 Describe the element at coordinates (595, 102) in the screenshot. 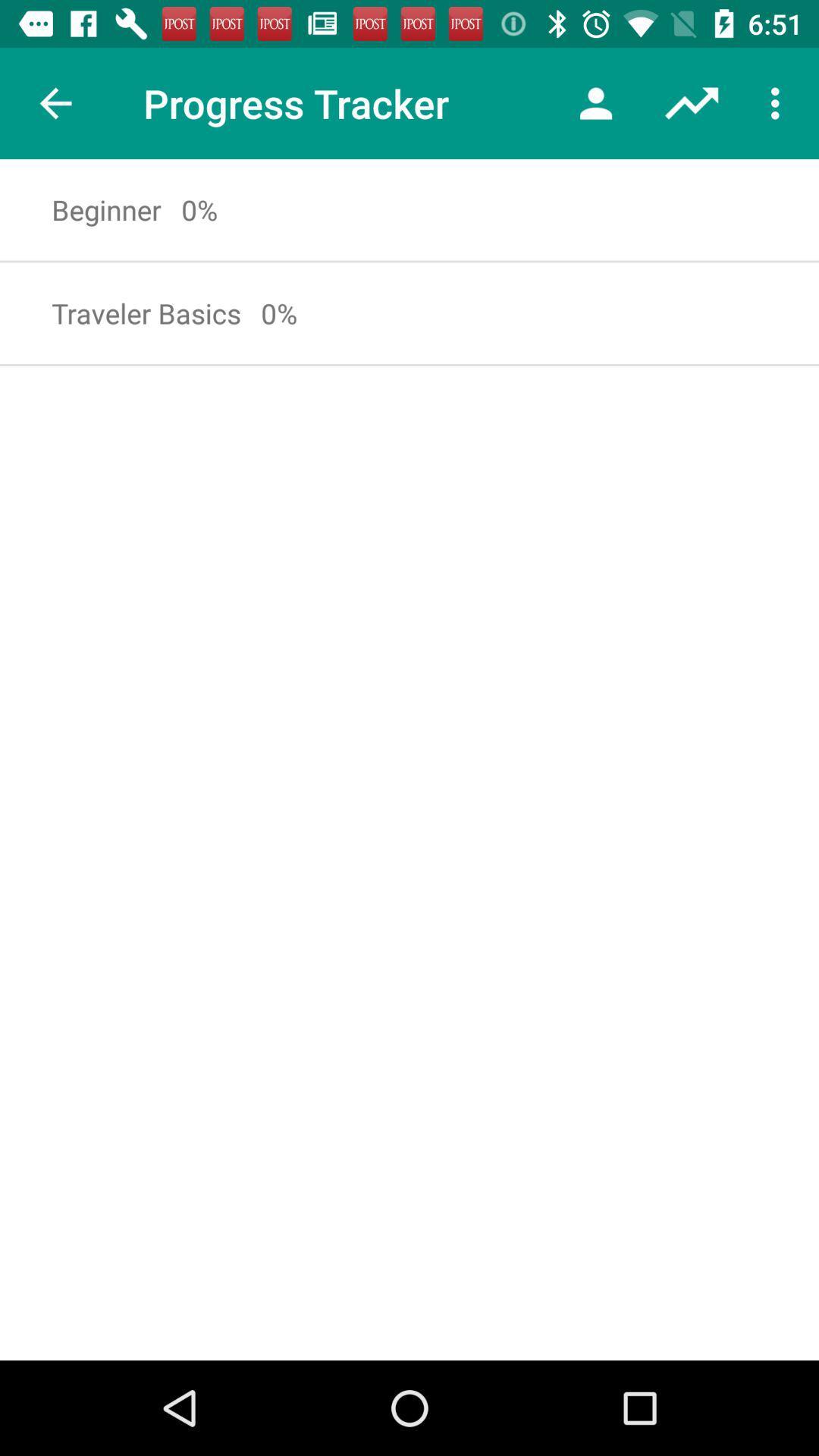

I see `item to the right of progress tracker item` at that location.